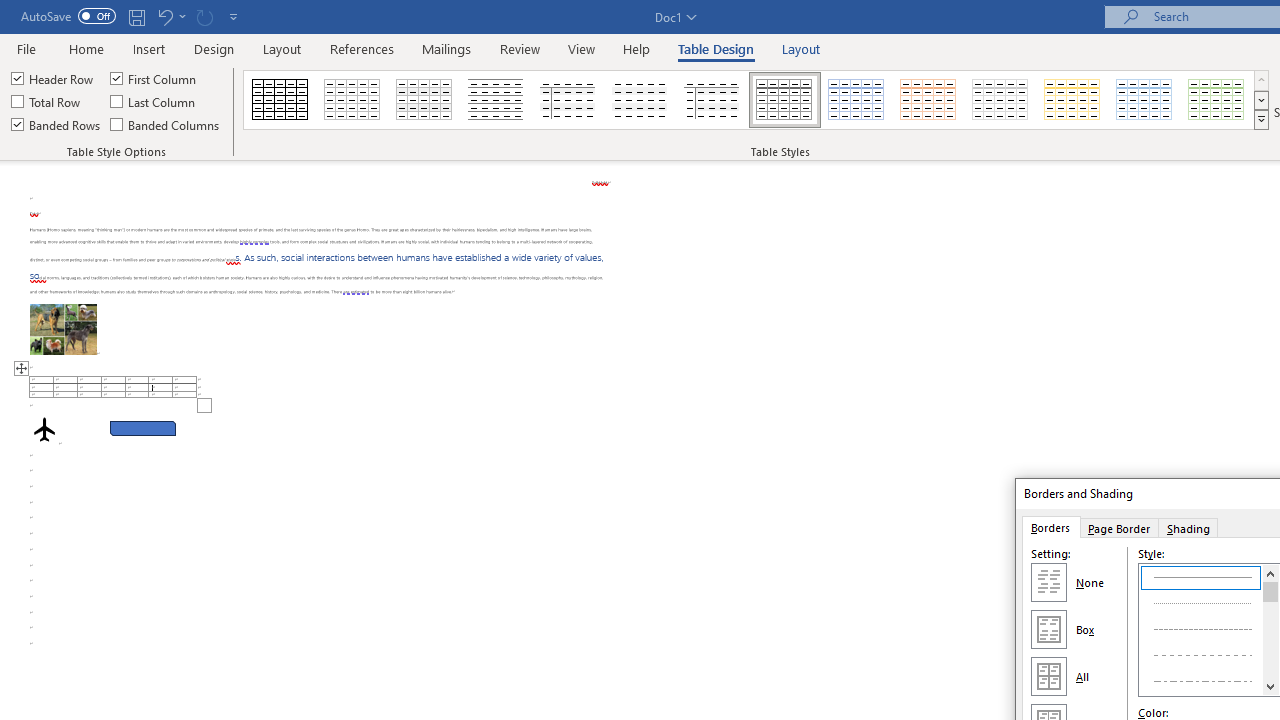 The height and width of the screenshot is (720, 1280). I want to click on 'Table Grid', so click(279, 100).